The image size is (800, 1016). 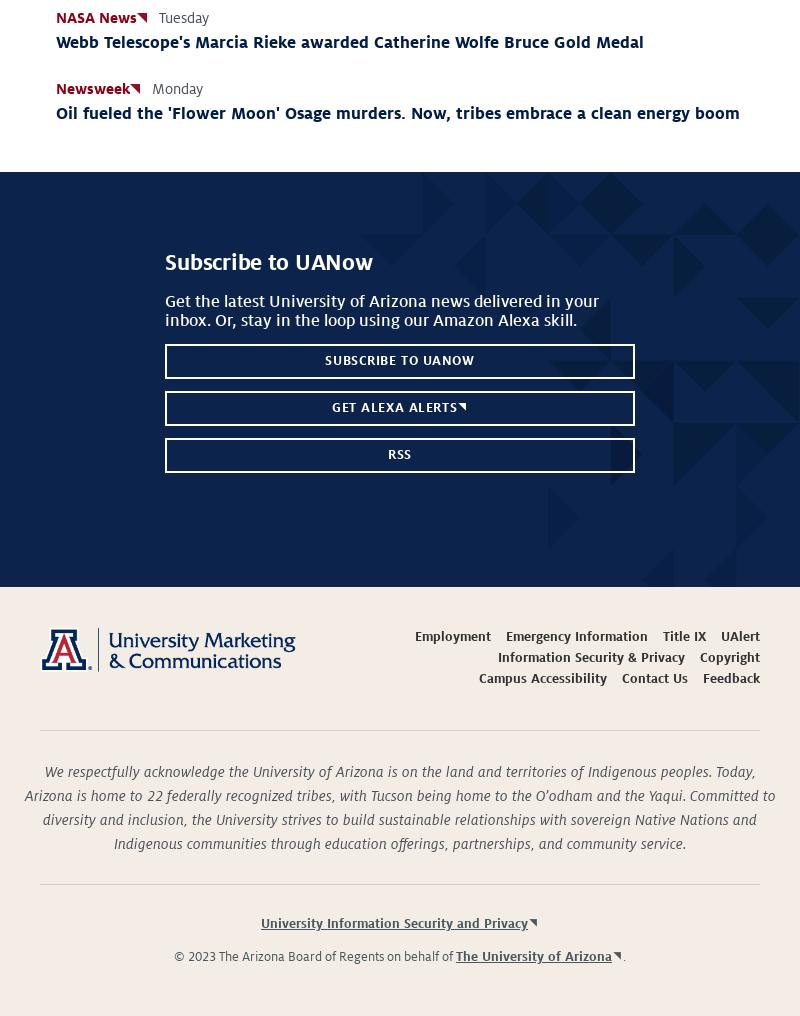 I want to click on 'We respectfully acknowledge the University of Arizona is on the land and territories of Indigenous peoples. Today, Arizona is home to 22 federally recognized tribes, with Tucson being home to the O’odham and the Yaqui. Committed to diversity and inclusion, the University strives to build sustainable relationships with sovereign Native Nations and Indigenous communities through education offerings, partnerships, and community service.', so click(x=398, y=807).